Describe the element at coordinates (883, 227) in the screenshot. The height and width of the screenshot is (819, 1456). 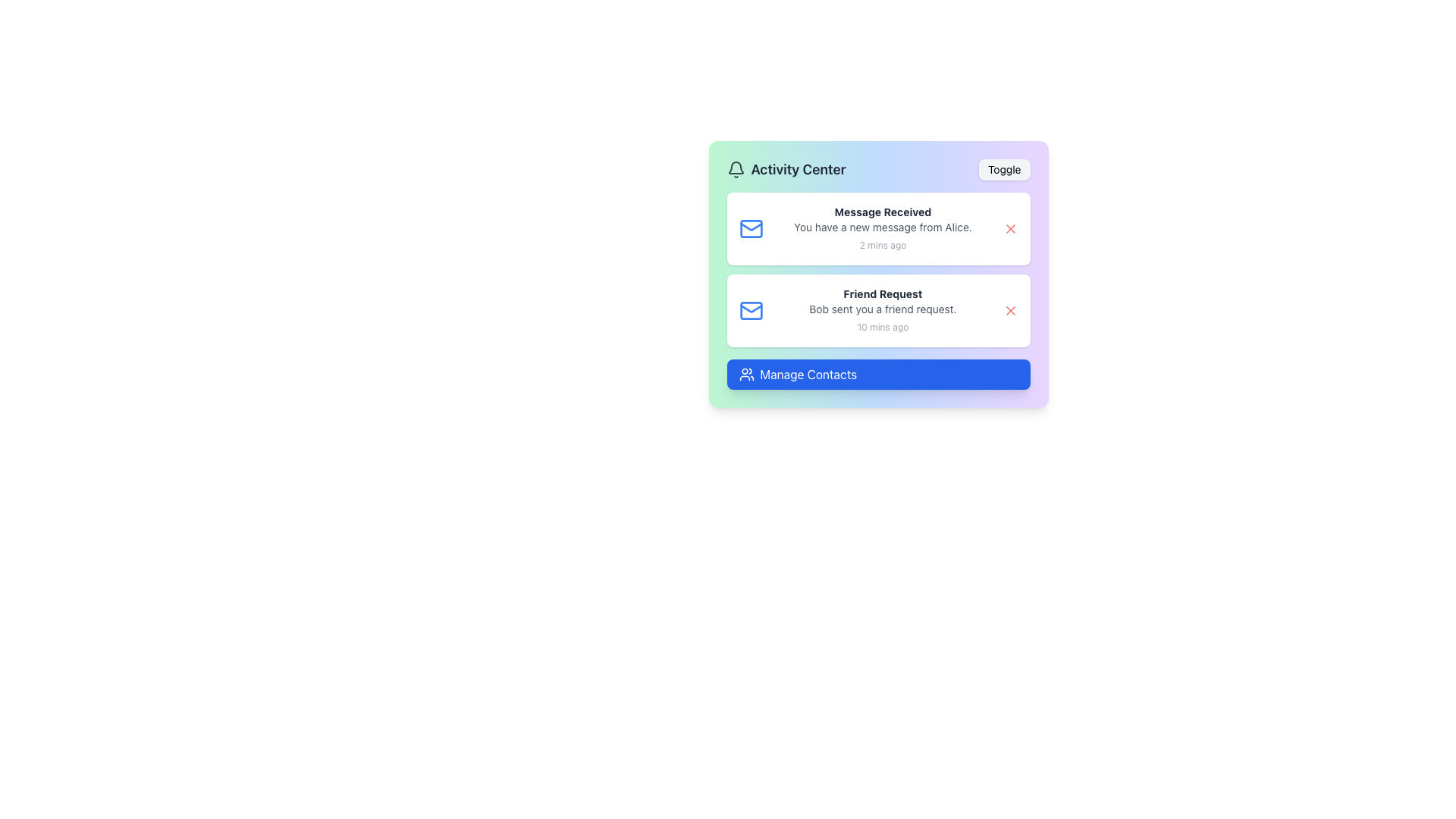
I see `text content of the notification informing about a new message received from Alice, located beneath the bold heading 'Message Received' in the notification card` at that location.